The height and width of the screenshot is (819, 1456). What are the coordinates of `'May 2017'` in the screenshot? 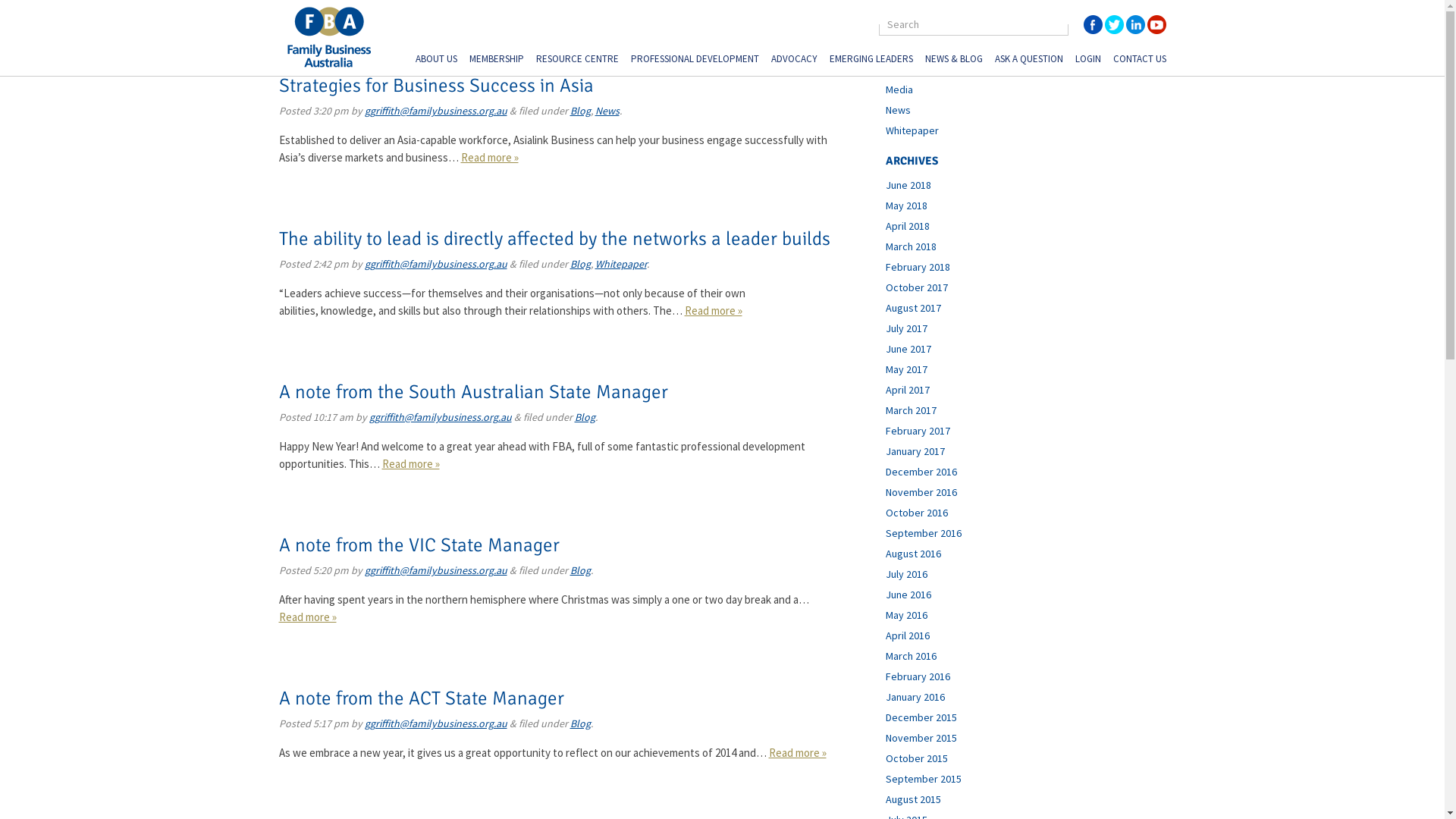 It's located at (906, 369).